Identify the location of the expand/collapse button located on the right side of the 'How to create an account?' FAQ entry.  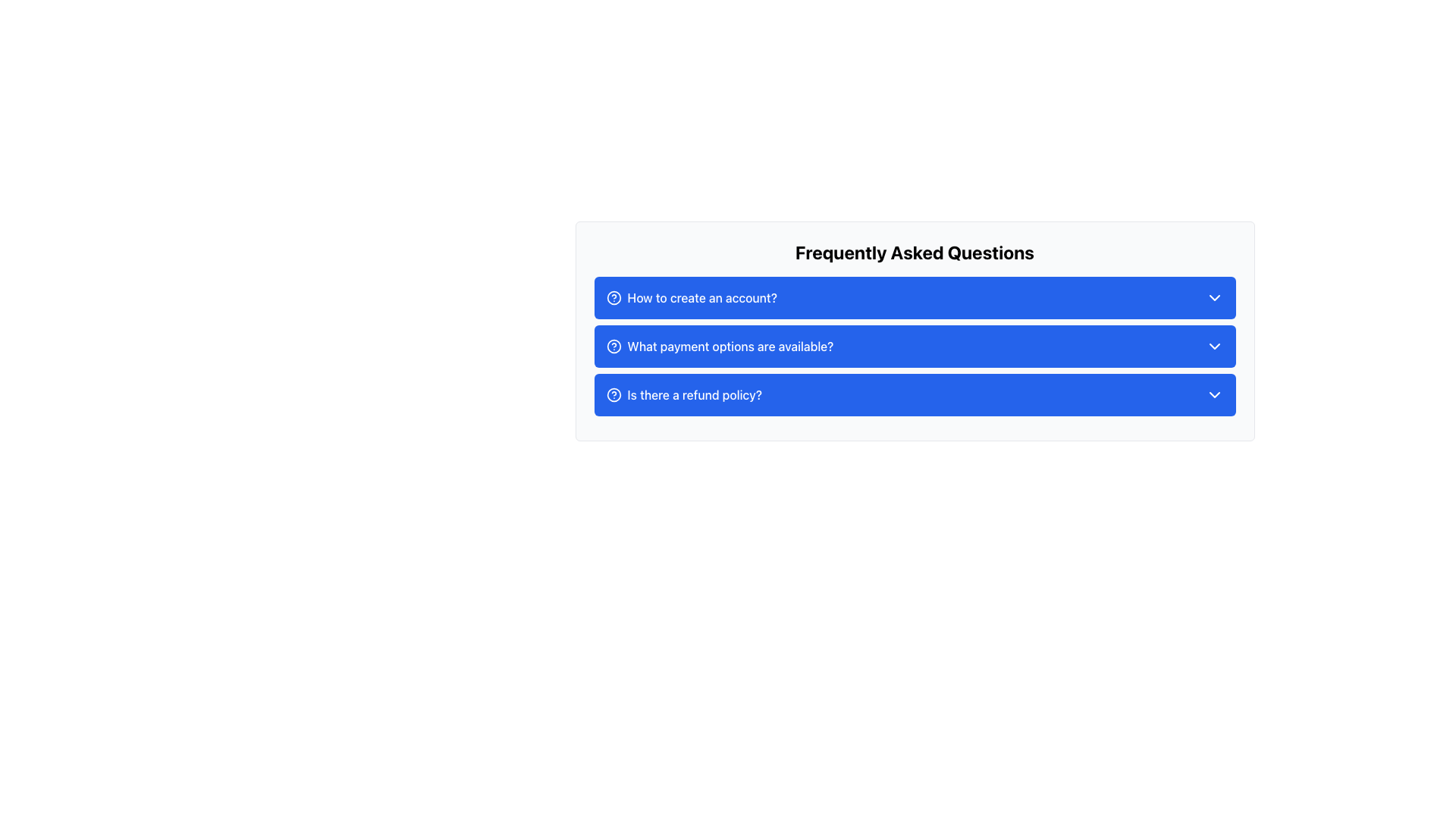
(1214, 298).